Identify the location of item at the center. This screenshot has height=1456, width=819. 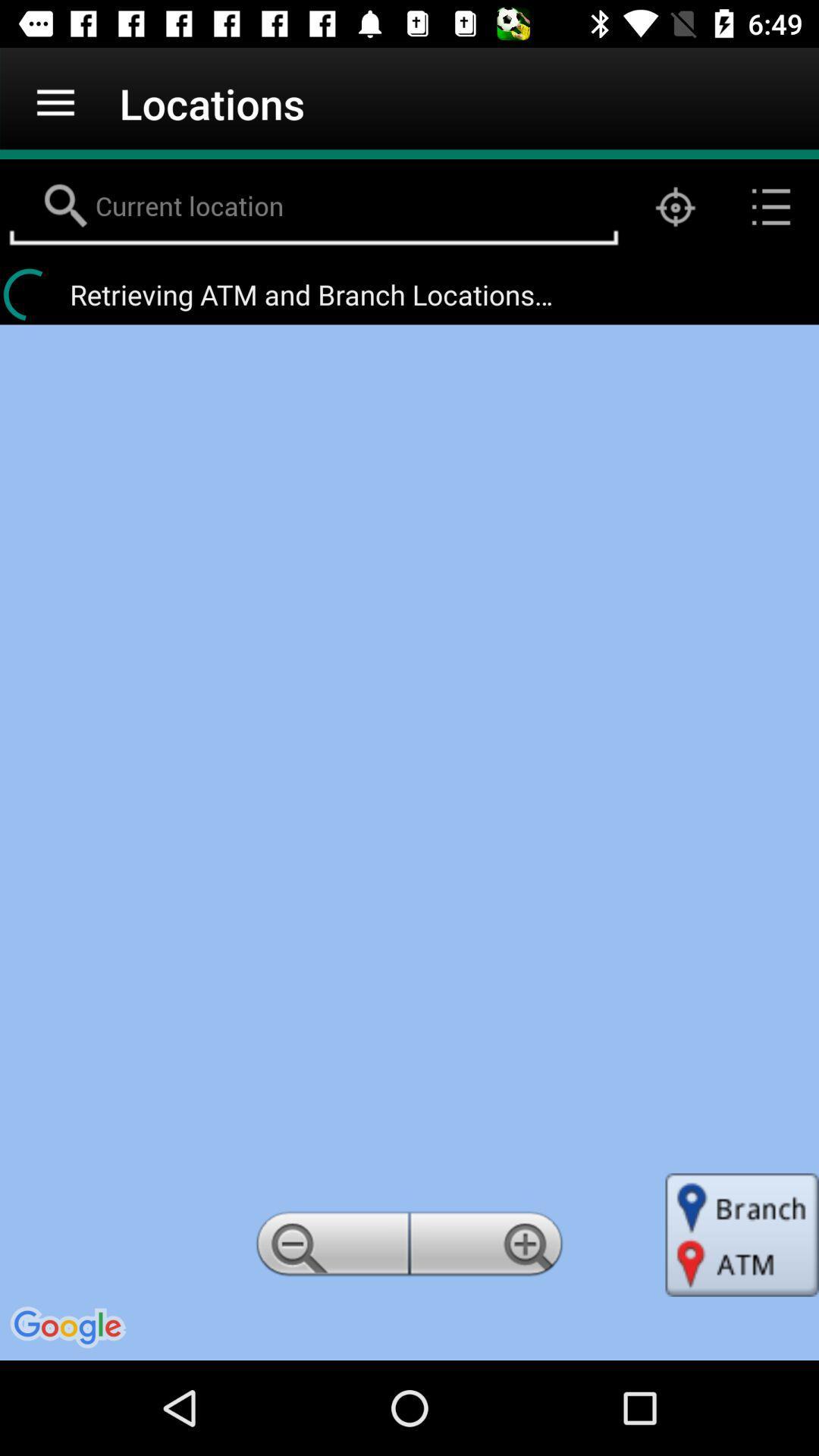
(409, 842).